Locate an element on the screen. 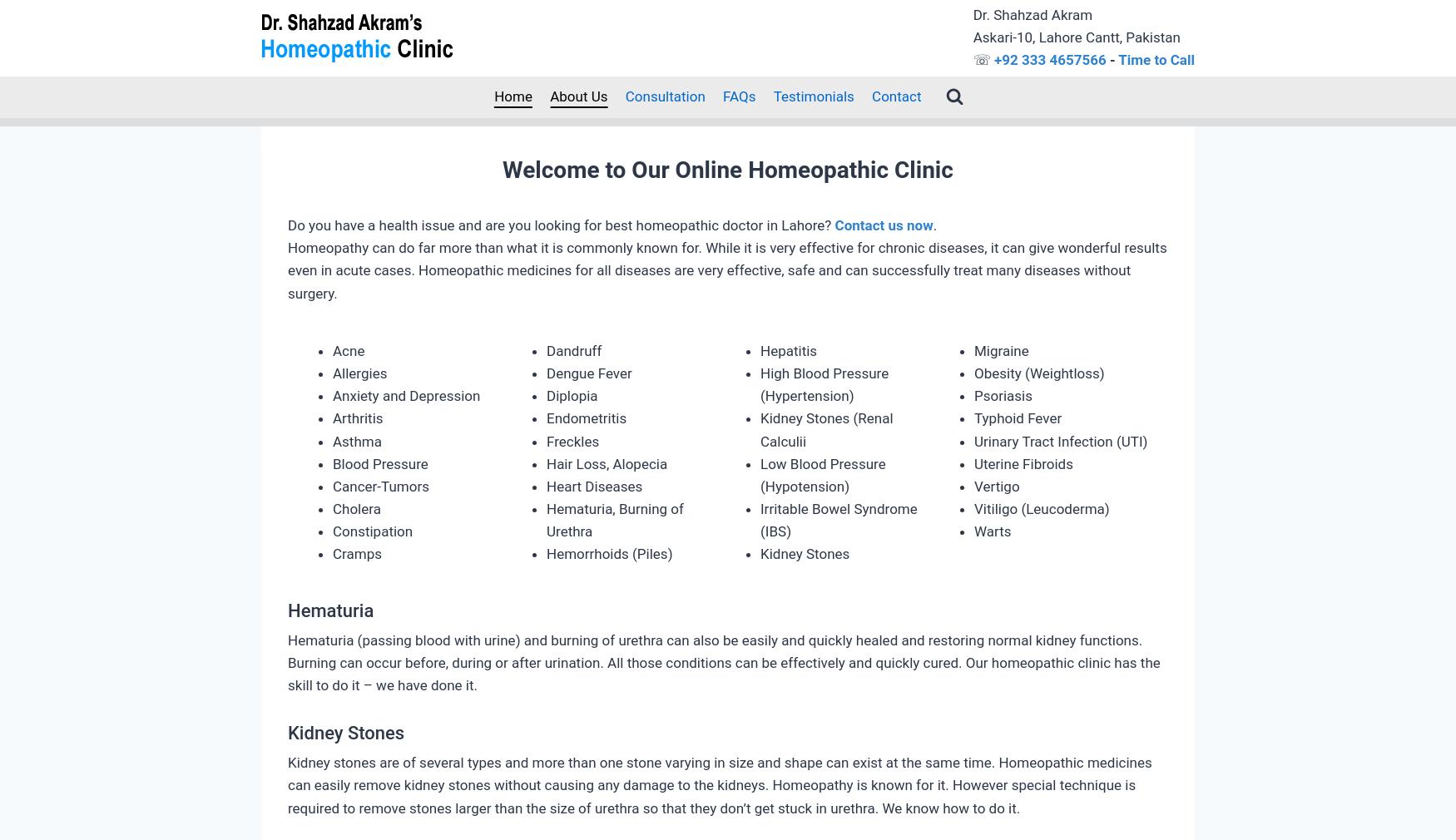 The height and width of the screenshot is (840, 1456). 'Testimonials' is located at coordinates (813, 95).